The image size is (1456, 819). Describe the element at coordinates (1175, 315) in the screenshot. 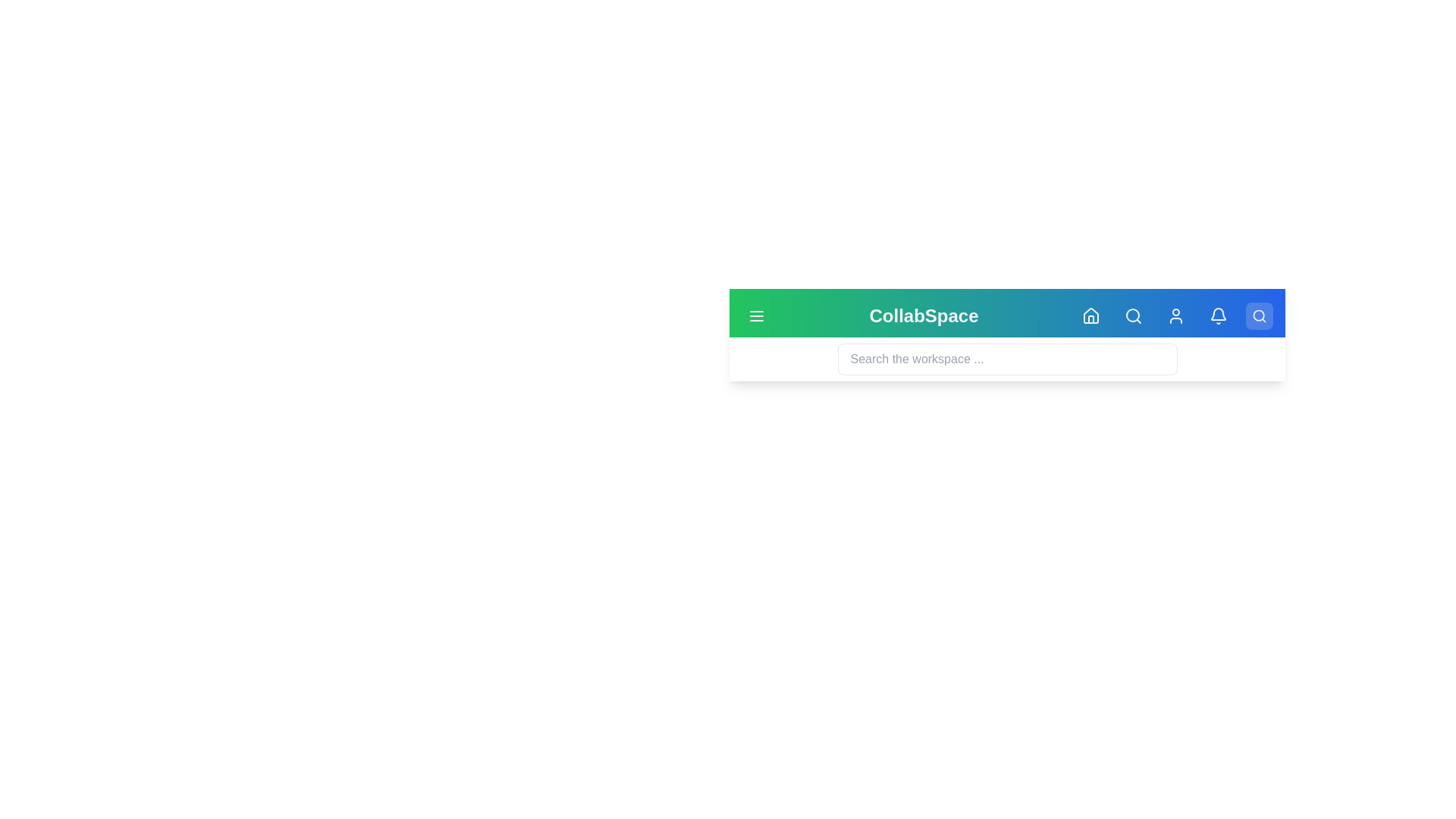

I see `the user profile icon to access the user profile` at that location.